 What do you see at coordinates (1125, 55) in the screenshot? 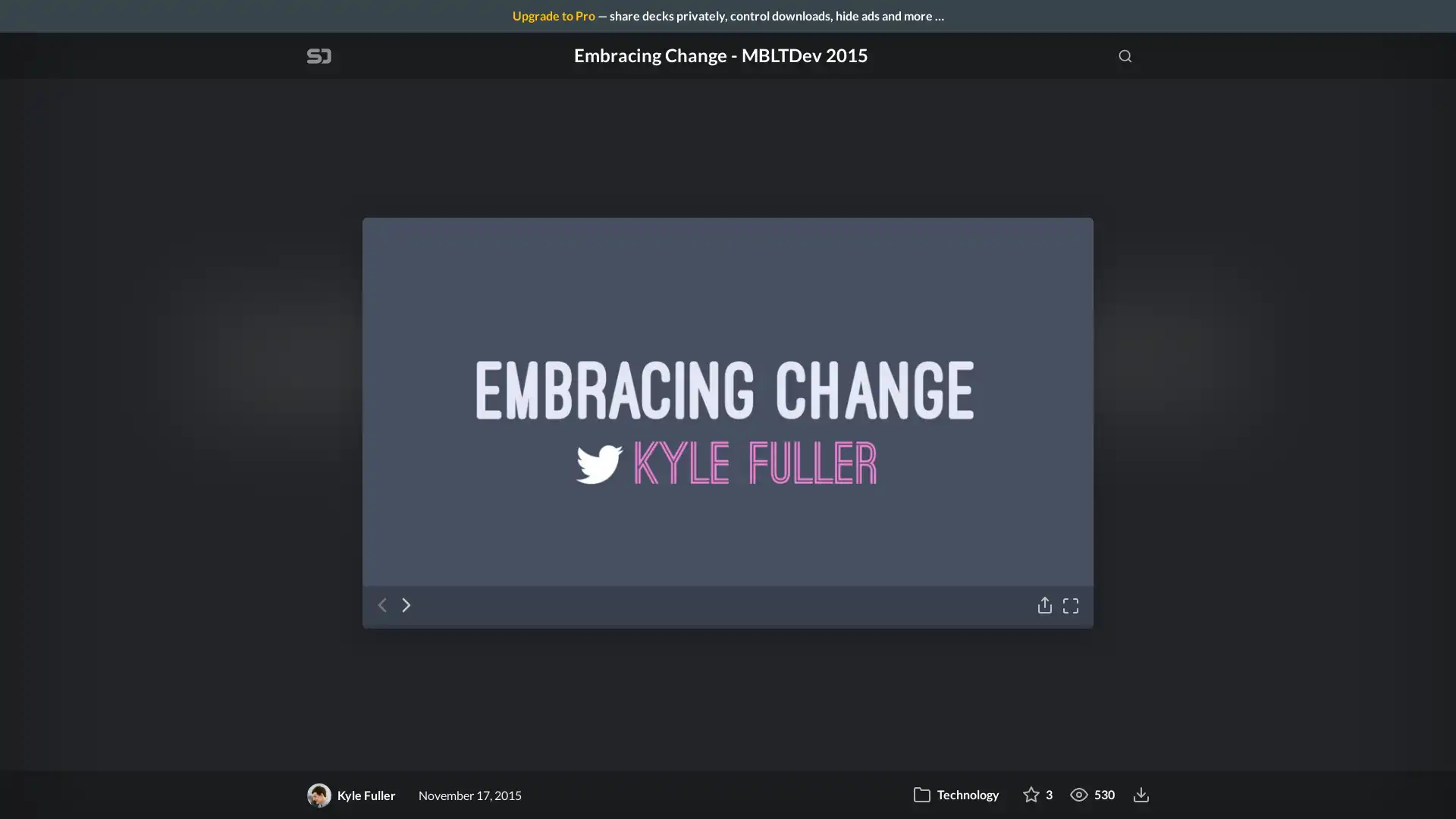
I see `Toggle Search` at bounding box center [1125, 55].